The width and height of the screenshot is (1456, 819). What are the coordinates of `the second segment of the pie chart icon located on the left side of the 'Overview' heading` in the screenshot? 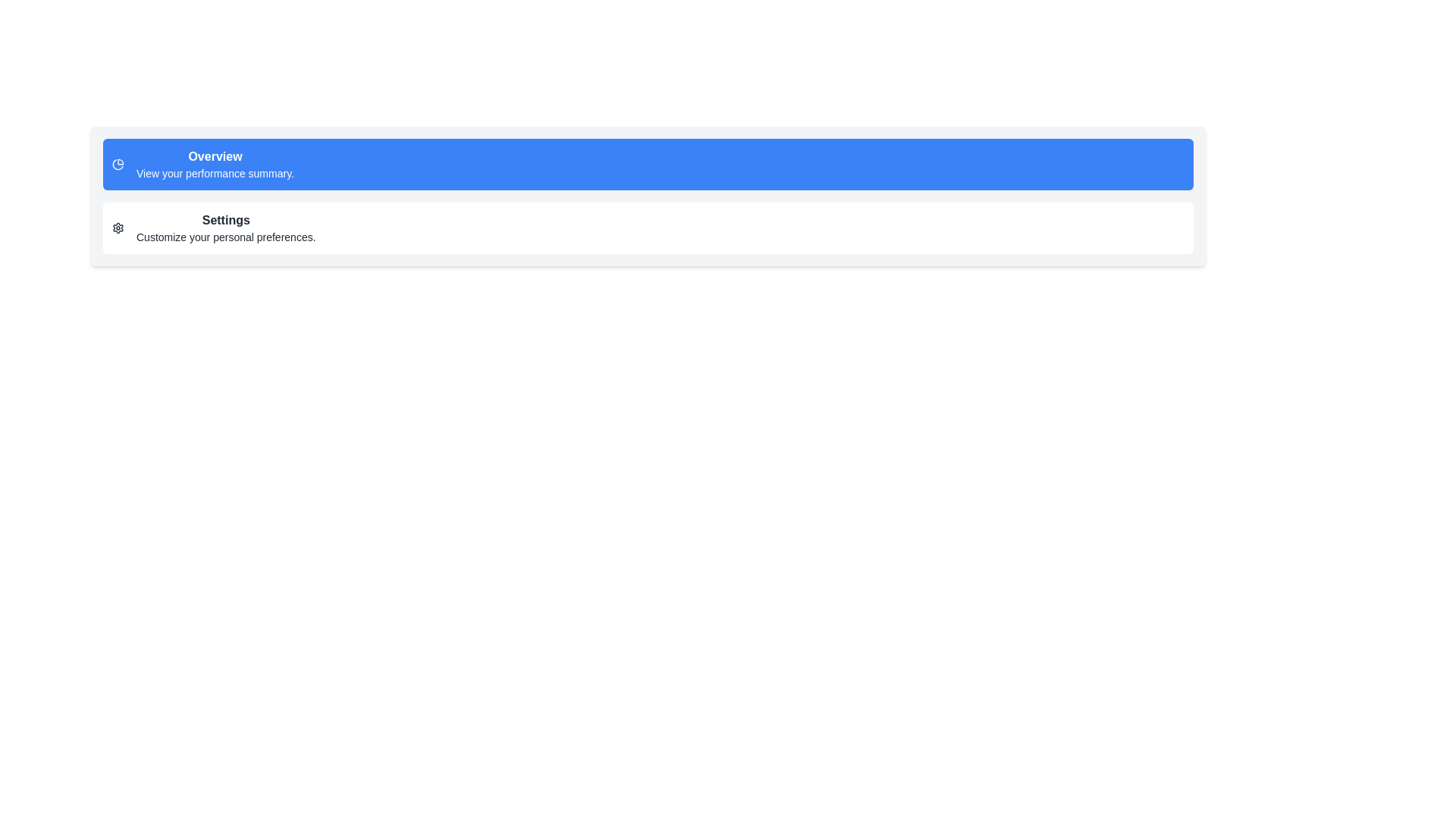 It's located at (117, 165).